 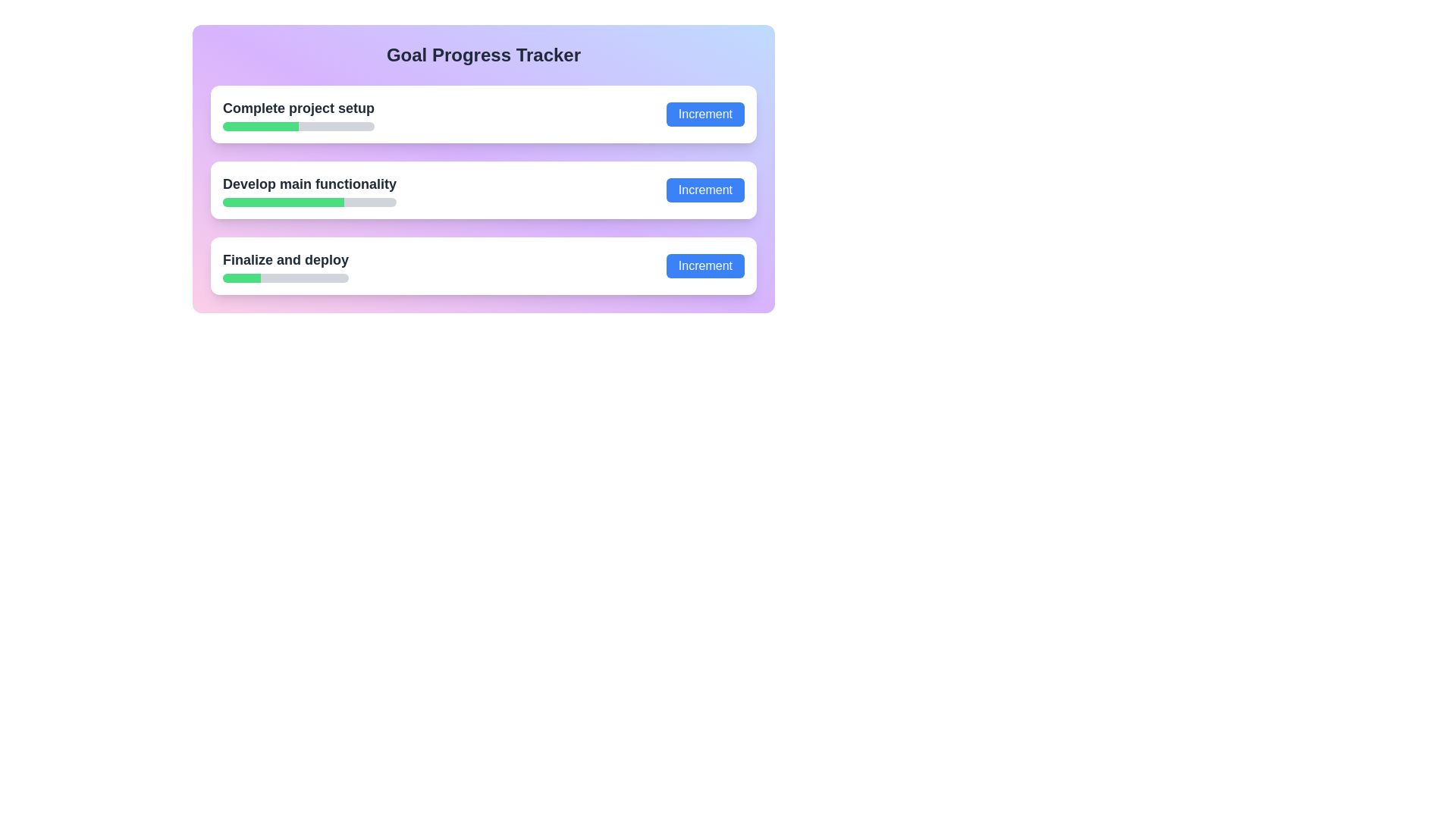 What do you see at coordinates (704, 189) in the screenshot?
I see `the increment button located to the right of the progress bar and the text label 'Develop main functionality'` at bounding box center [704, 189].